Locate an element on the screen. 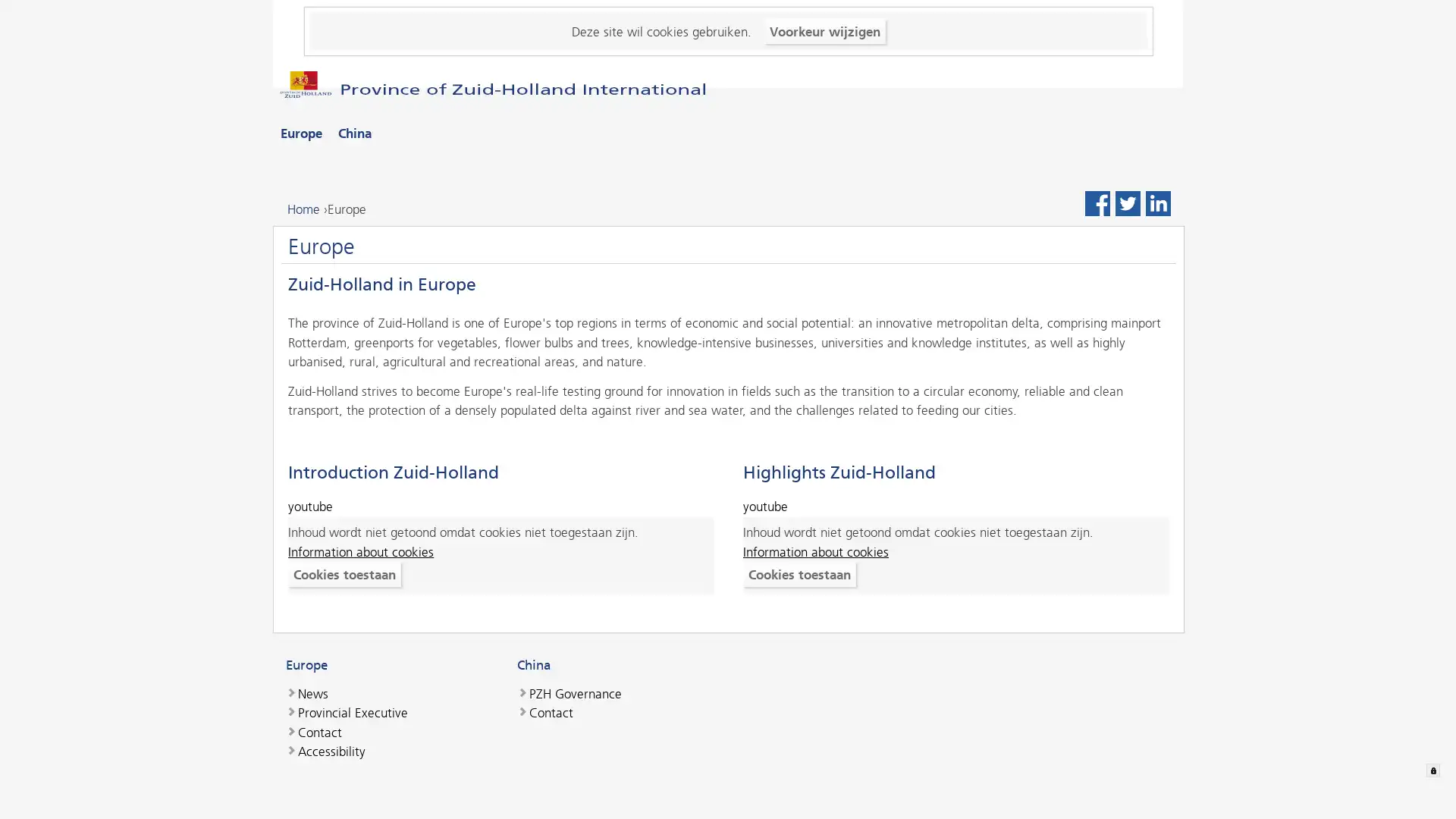 This screenshot has height=819, width=1456. Voorkeur wijzigen is located at coordinates (823, 30).